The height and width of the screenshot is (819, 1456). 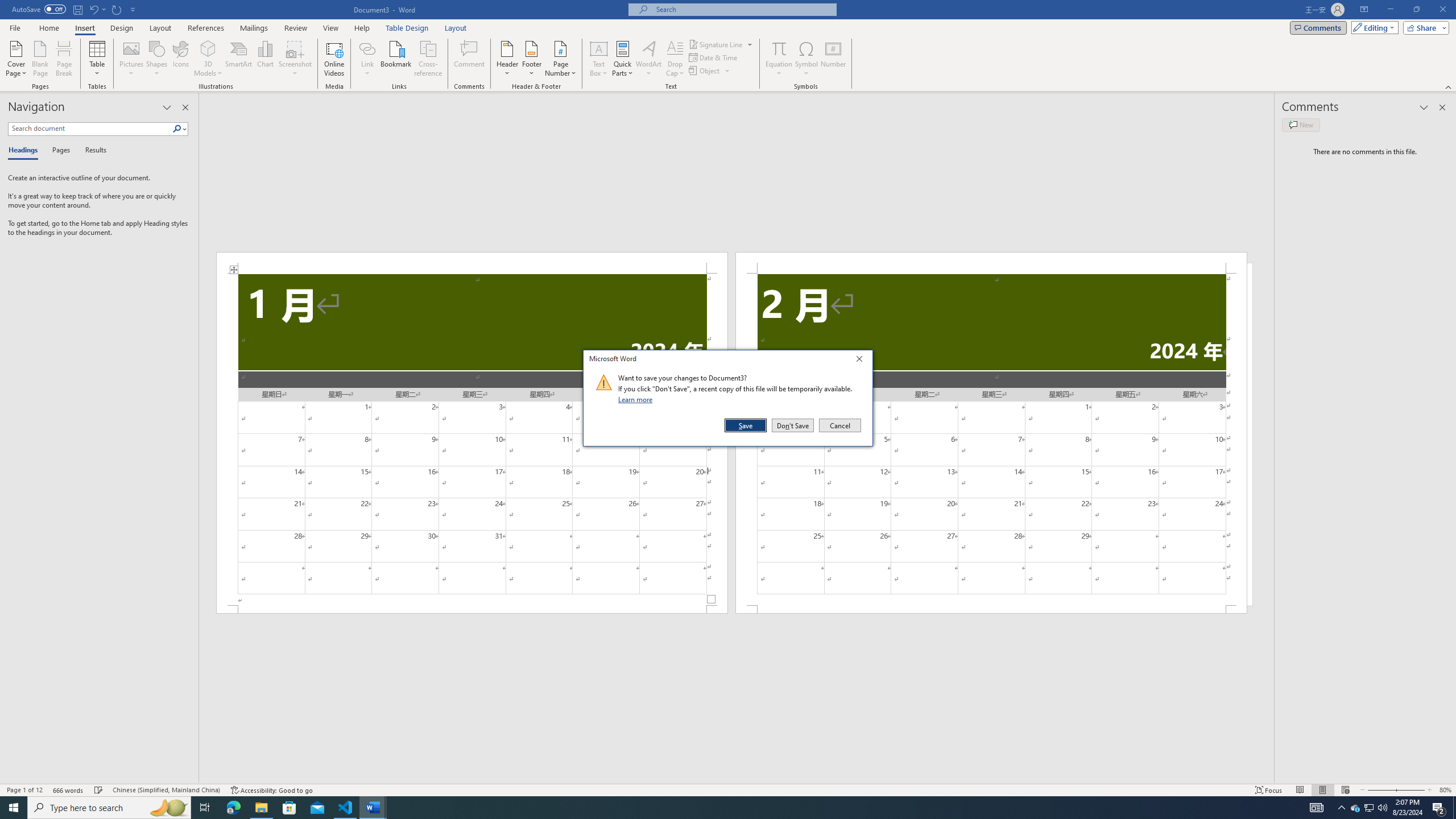 What do you see at coordinates (24, 790) in the screenshot?
I see `'Page Number Page 1 of 12'` at bounding box center [24, 790].